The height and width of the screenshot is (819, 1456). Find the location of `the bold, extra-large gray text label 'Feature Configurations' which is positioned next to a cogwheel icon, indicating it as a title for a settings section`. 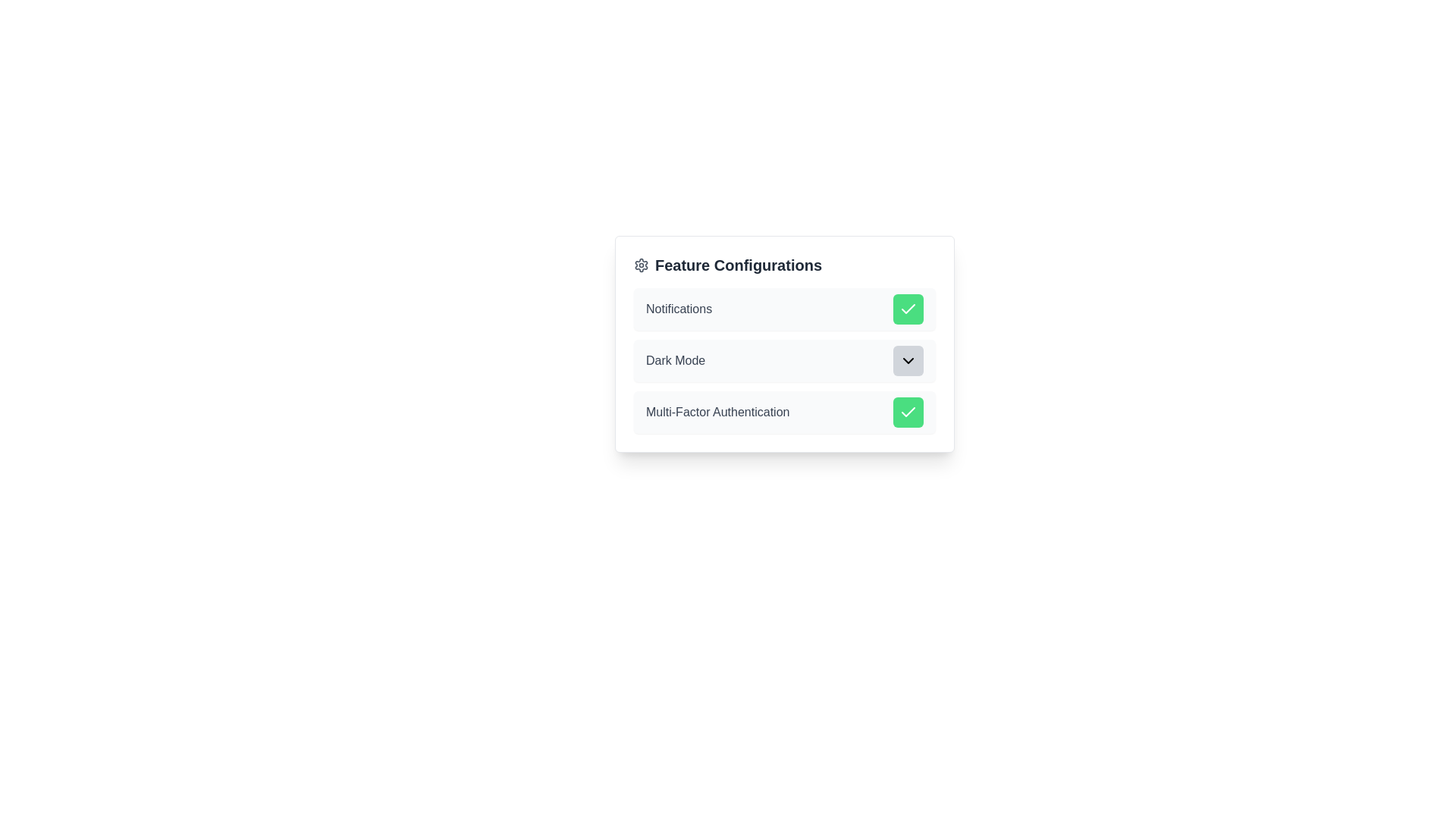

the bold, extra-large gray text label 'Feature Configurations' which is positioned next to a cogwheel icon, indicating it as a title for a settings section is located at coordinates (739, 265).